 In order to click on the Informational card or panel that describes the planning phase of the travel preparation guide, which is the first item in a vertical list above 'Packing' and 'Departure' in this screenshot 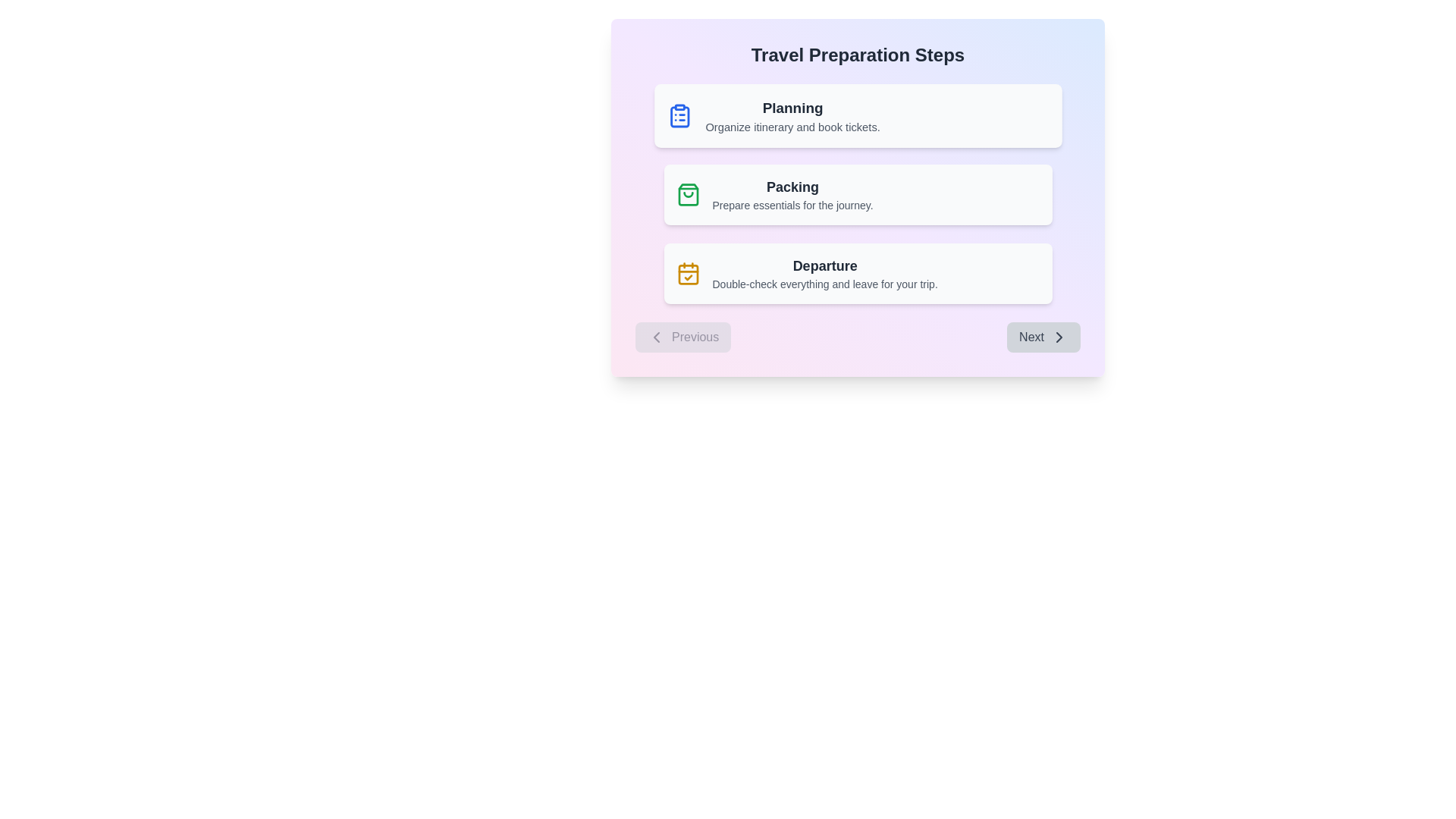, I will do `click(858, 115)`.